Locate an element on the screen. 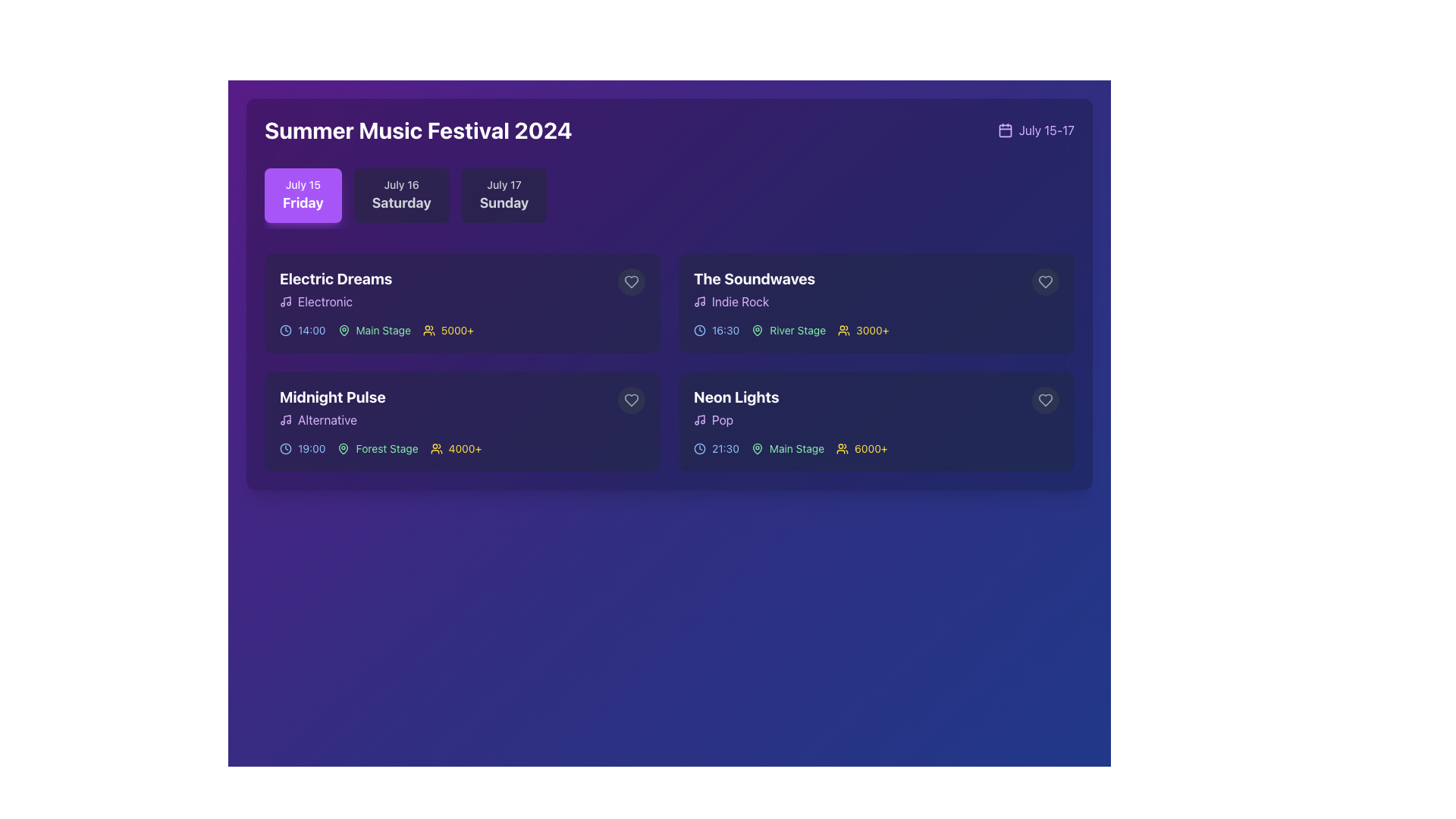  the green map pin icon located to the left of the text 'River Stage' within the card labeled 'The Soundwaves' is located at coordinates (758, 329).